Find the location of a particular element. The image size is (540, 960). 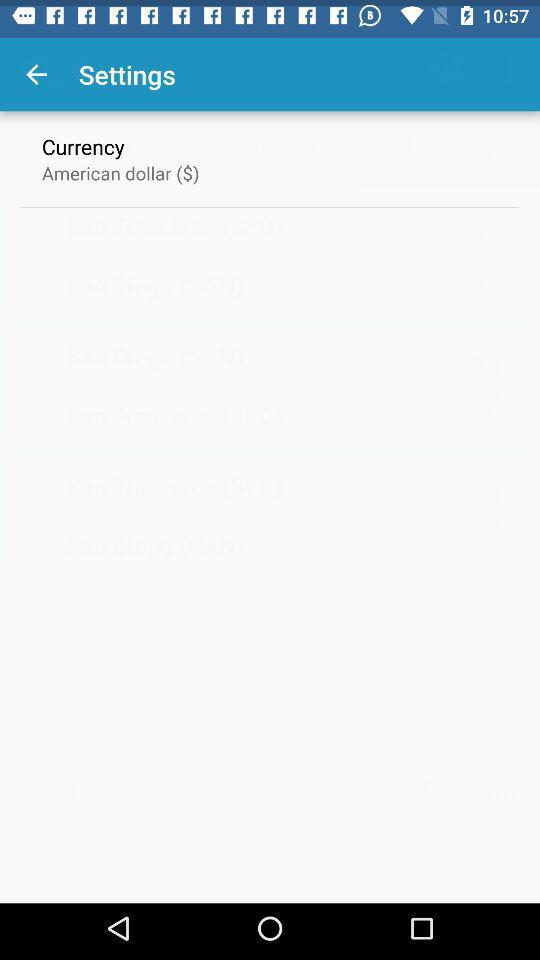

the icon above the american dollar ($) icon is located at coordinates (82, 139).